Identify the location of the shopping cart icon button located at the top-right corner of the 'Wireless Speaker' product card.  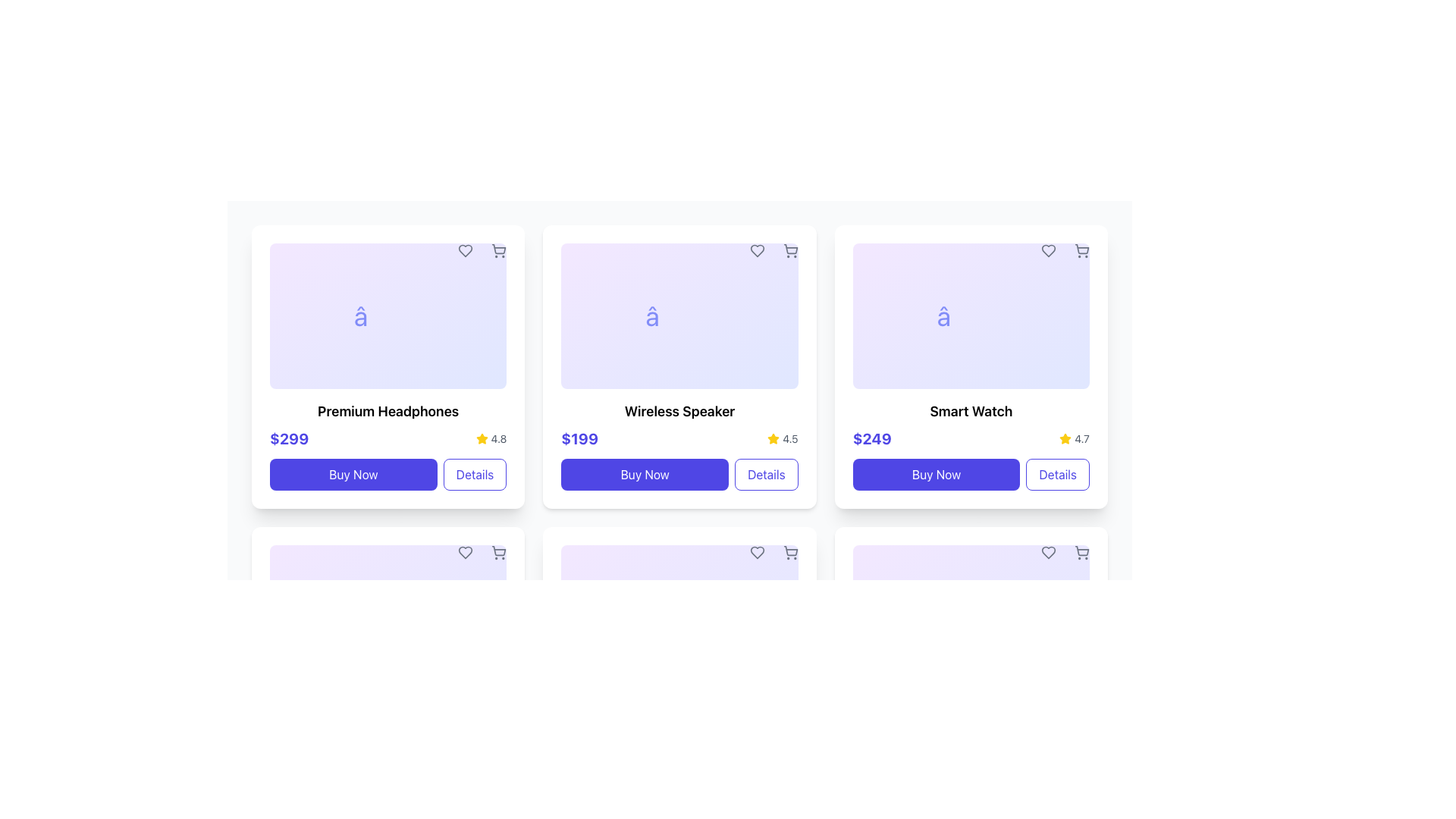
(789, 553).